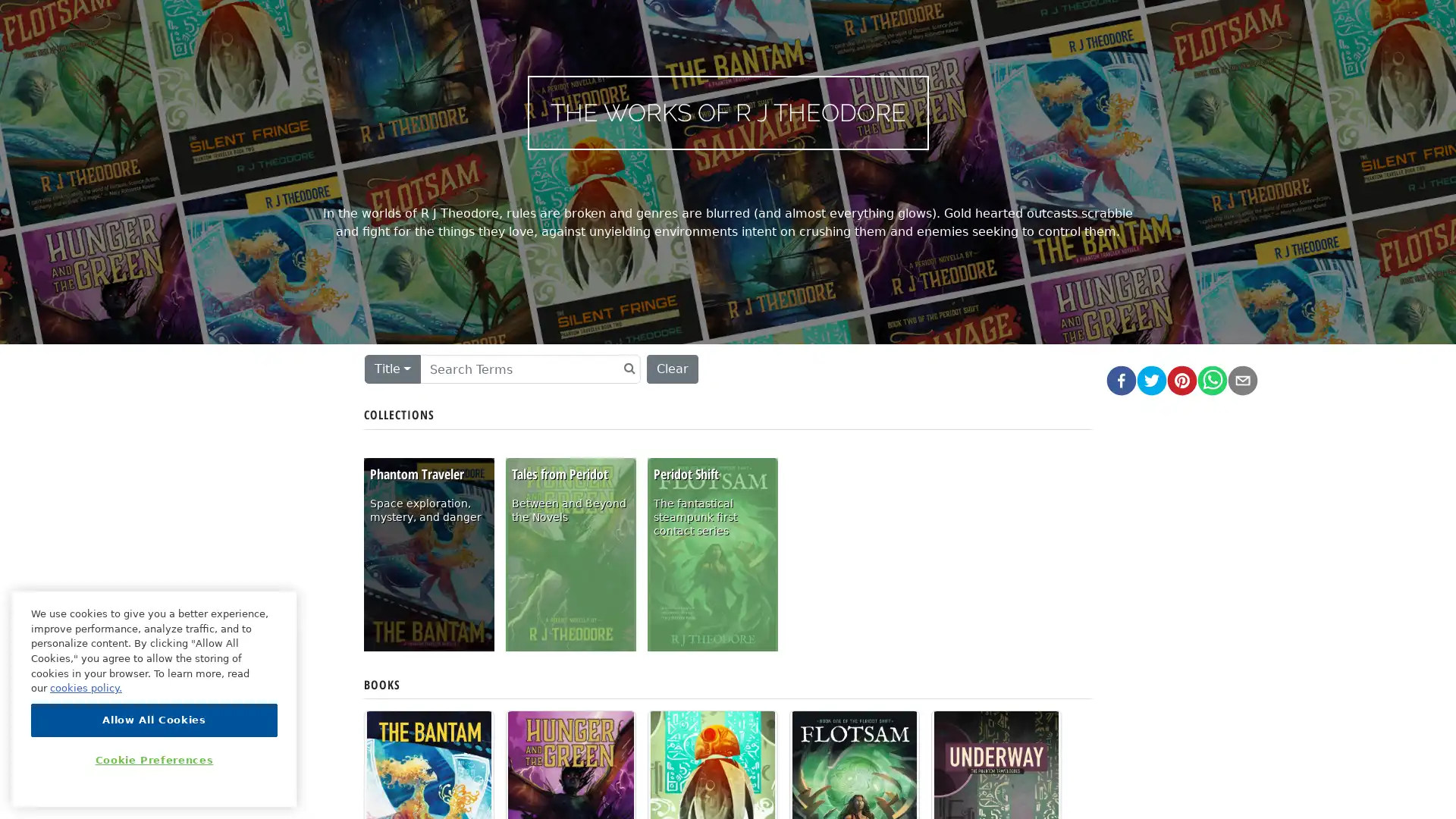  I want to click on whatsapp, so click(1211, 378).